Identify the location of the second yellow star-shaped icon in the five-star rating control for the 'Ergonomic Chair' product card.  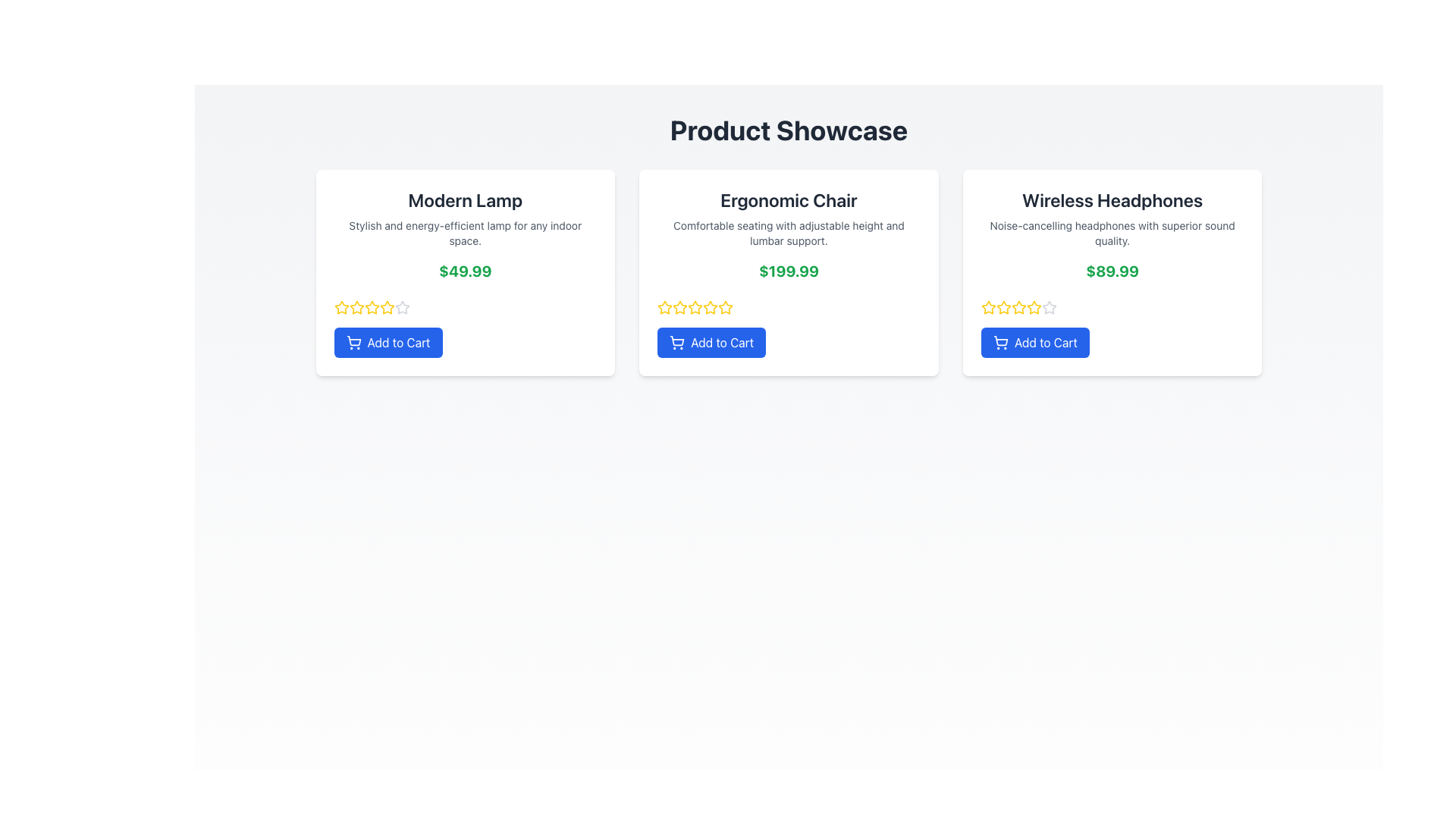
(725, 307).